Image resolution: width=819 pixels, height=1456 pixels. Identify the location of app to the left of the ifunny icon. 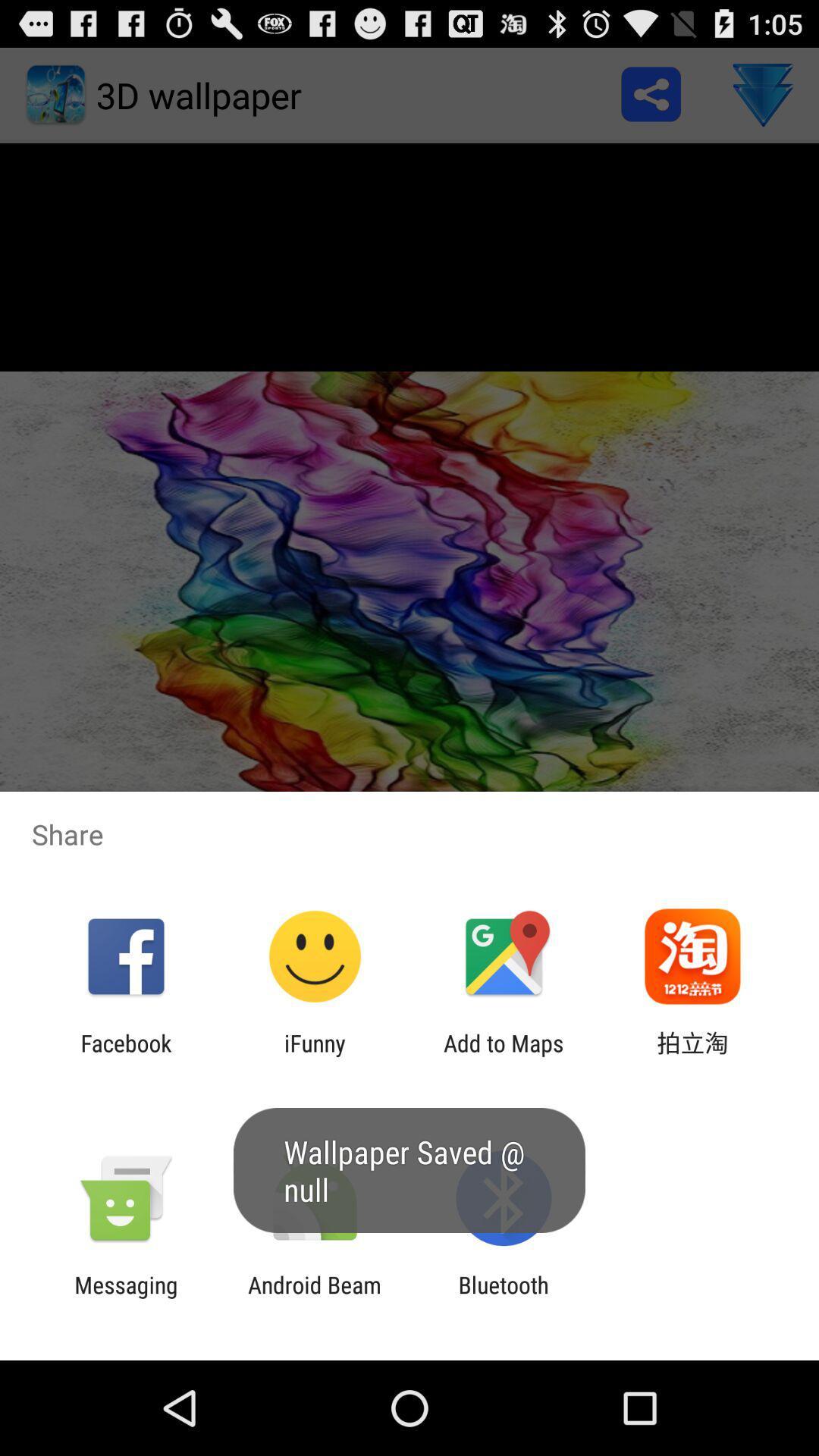
(125, 1056).